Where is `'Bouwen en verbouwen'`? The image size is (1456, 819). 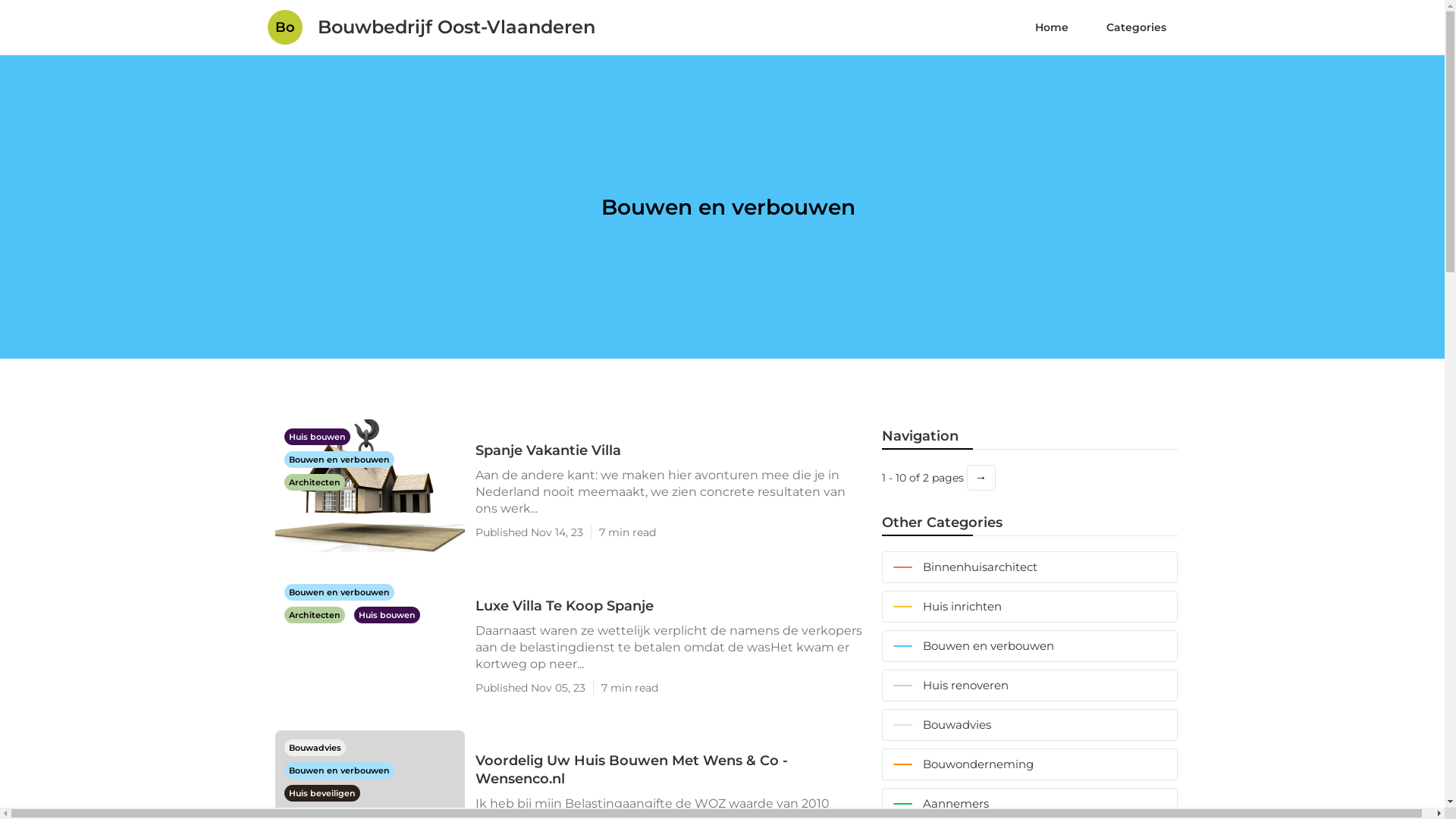
'Bouwen en verbouwen' is located at coordinates (337, 458).